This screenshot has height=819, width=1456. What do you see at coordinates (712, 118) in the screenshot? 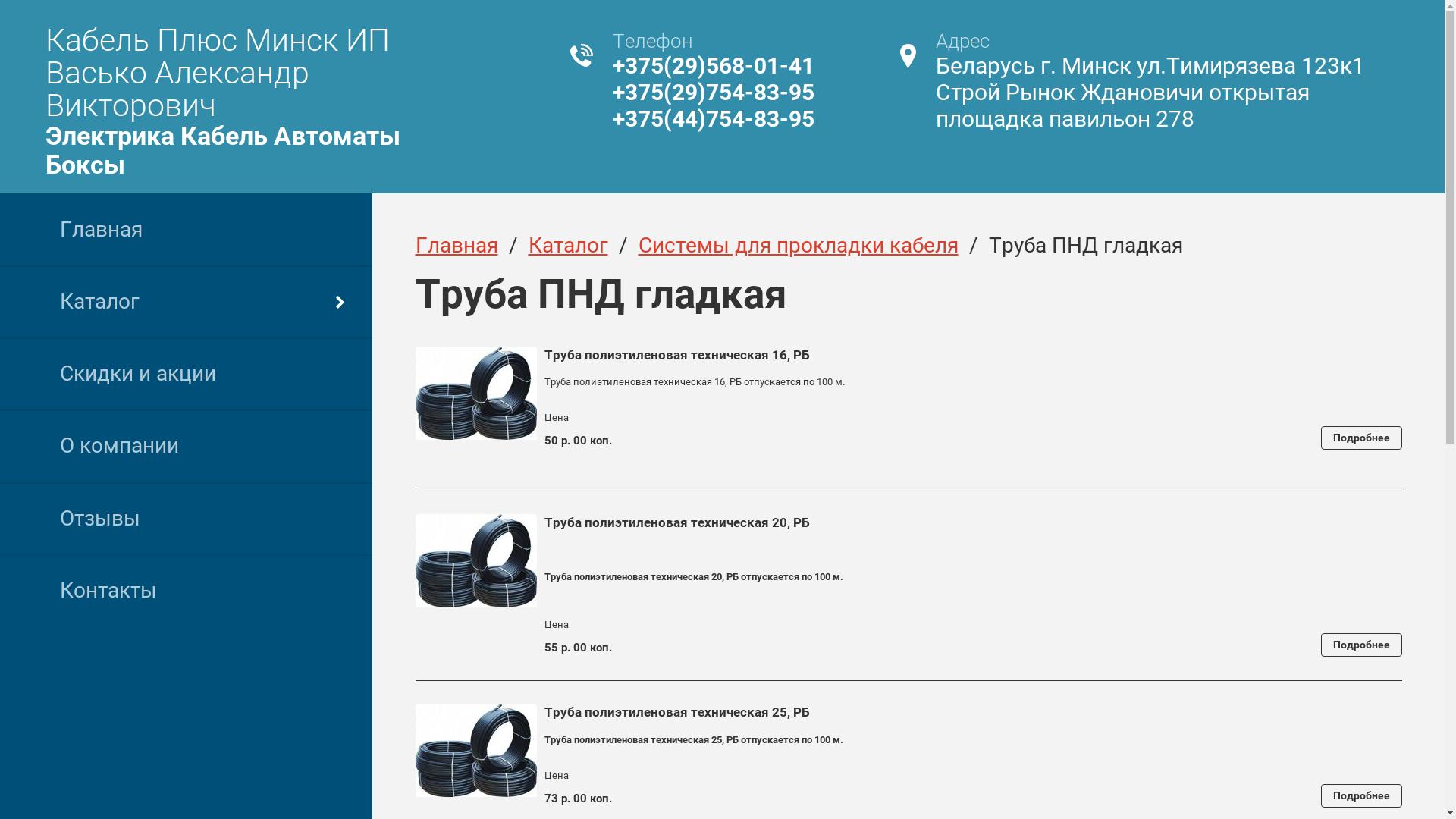
I see `'+375(44)754-83-95'` at bounding box center [712, 118].